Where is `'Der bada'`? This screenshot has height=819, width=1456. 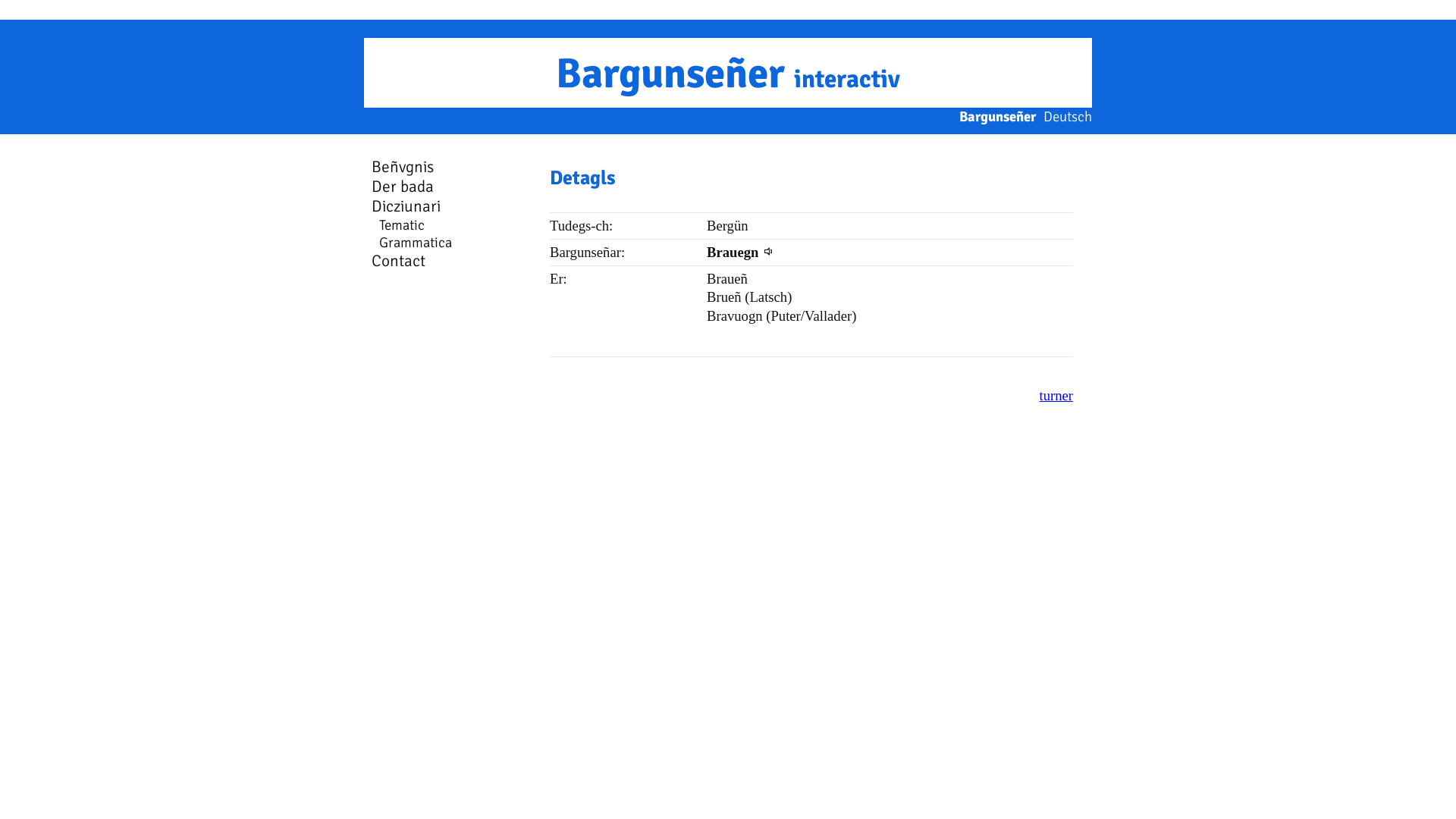 'Der bada' is located at coordinates (371, 186).